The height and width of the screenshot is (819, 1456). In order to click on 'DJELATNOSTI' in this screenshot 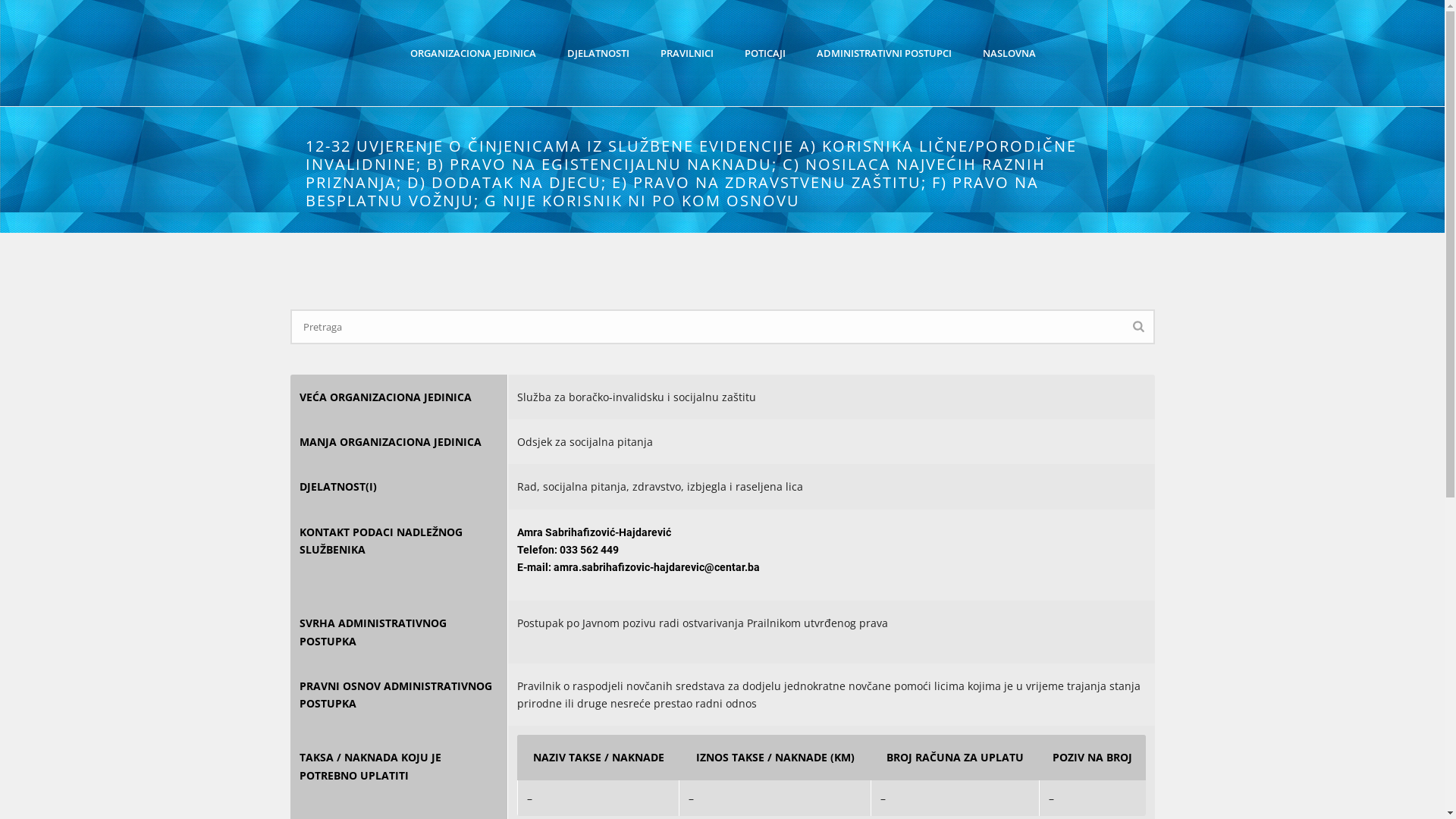, I will do `click(597, 52)`.